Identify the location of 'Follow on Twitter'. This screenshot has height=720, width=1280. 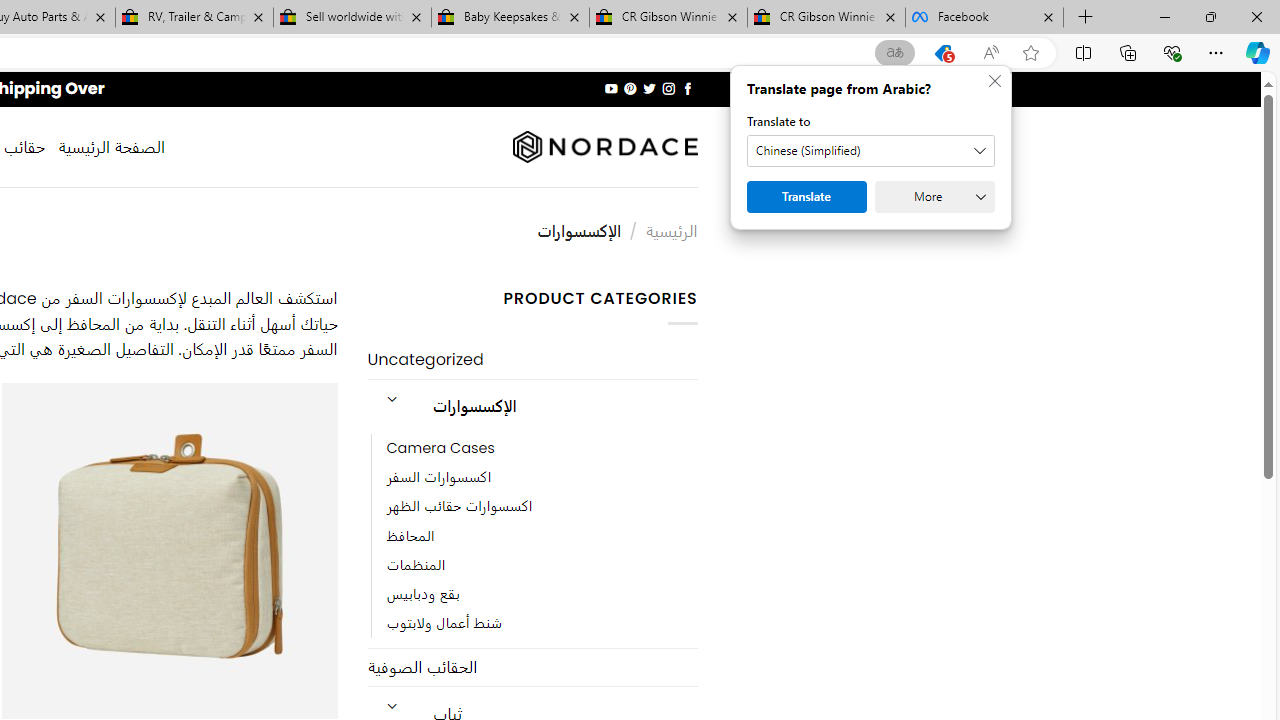
(648, 88).